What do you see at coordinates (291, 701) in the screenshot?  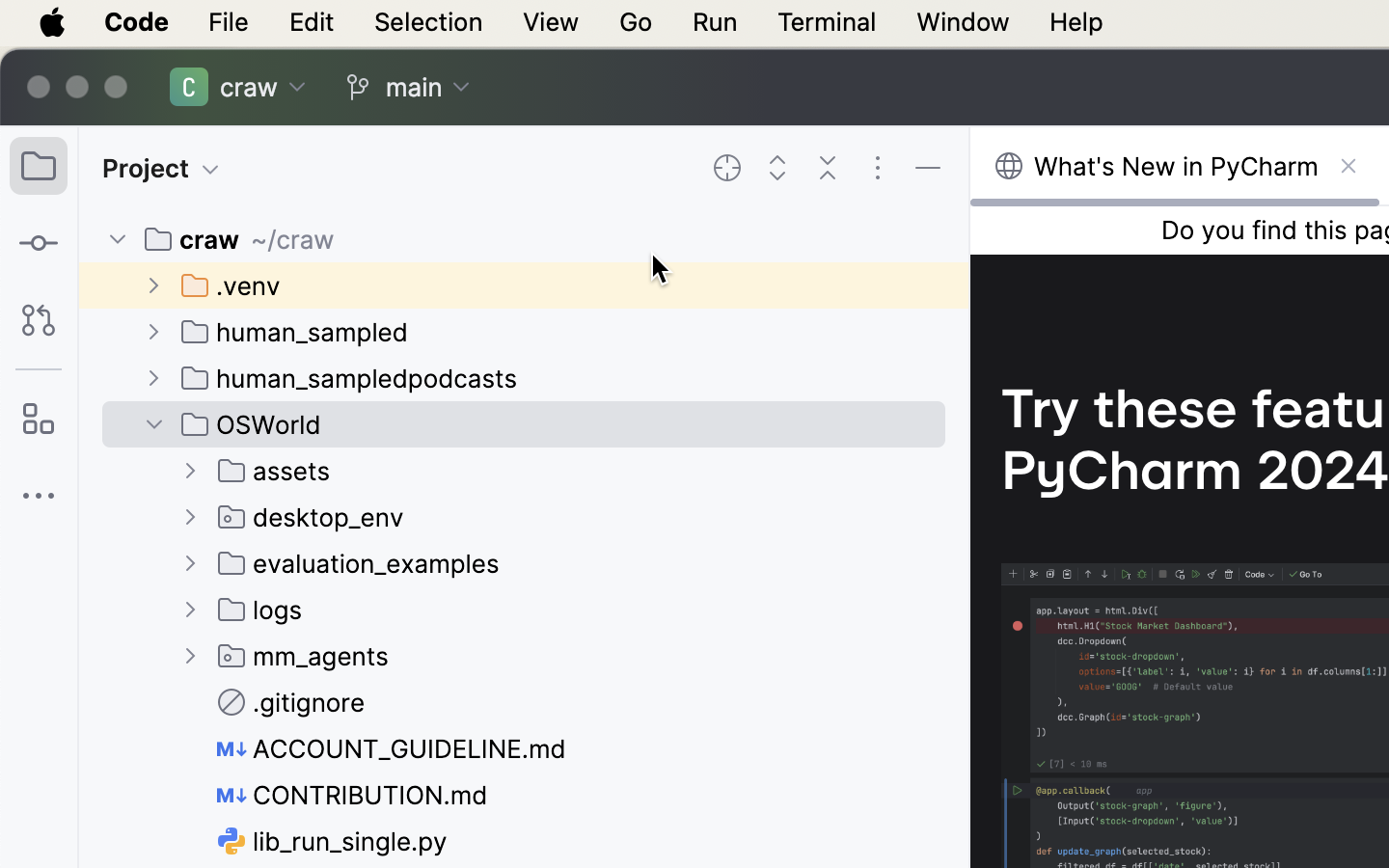 I see `'.gitignore'` at bounding box center [291, 701].